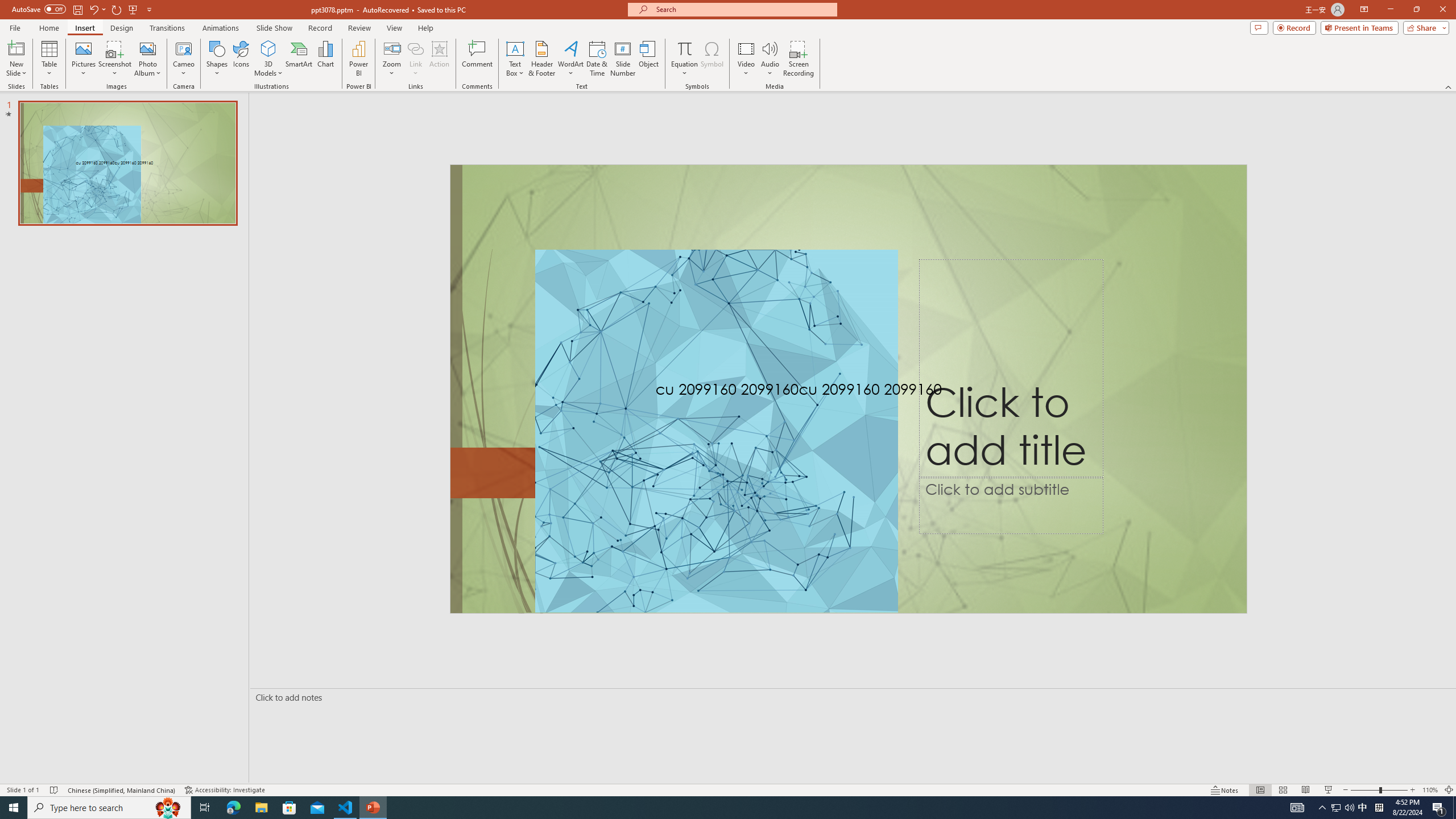 This screenshot has height=819, width=1456. What do you see at coordinates (570, 59) in the screenshot?
I see `'WordArt'` at bounding box center [570, 59].